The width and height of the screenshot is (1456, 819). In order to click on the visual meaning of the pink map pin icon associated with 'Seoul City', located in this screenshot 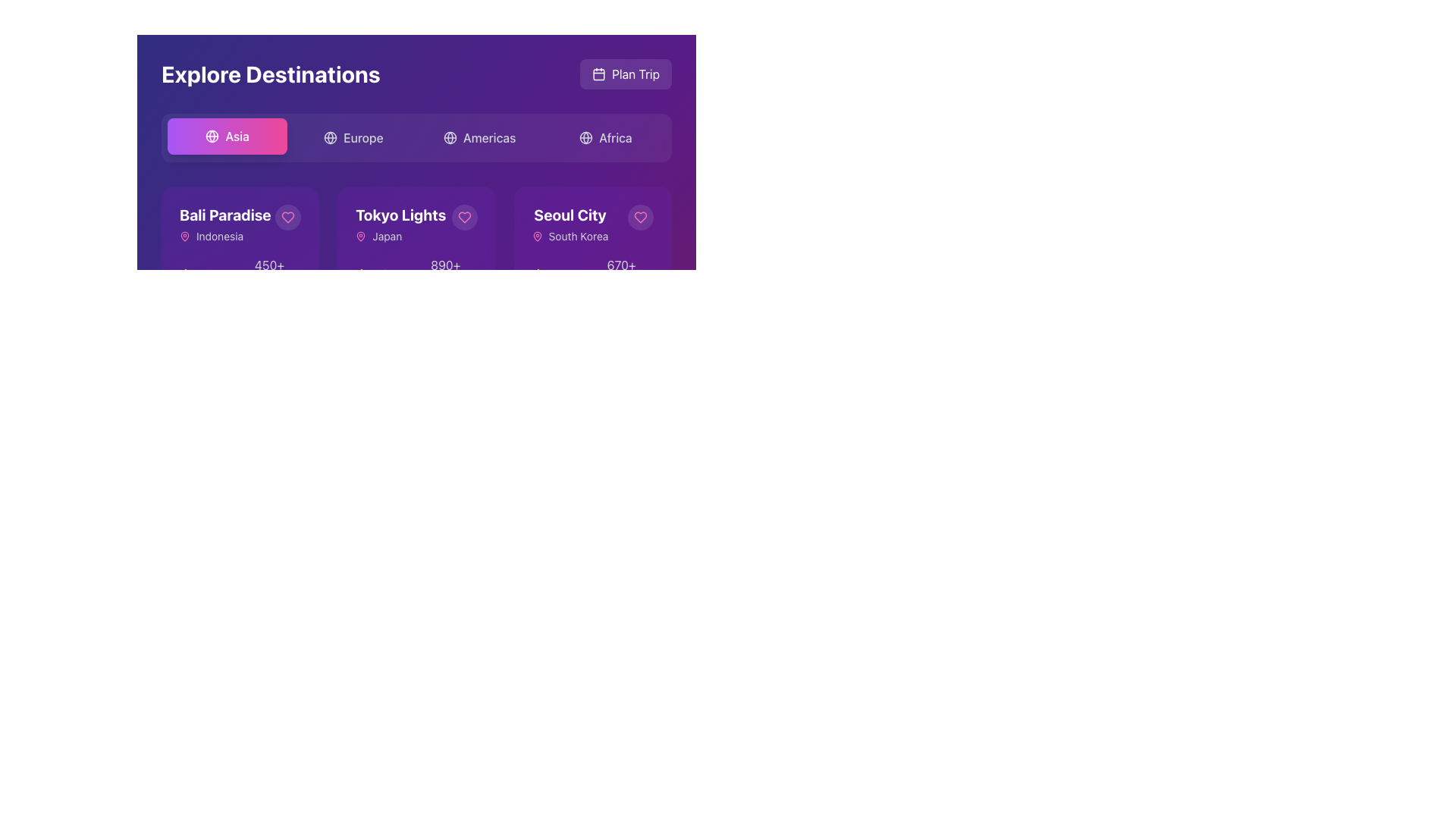, I will do `click(537, 237)`.